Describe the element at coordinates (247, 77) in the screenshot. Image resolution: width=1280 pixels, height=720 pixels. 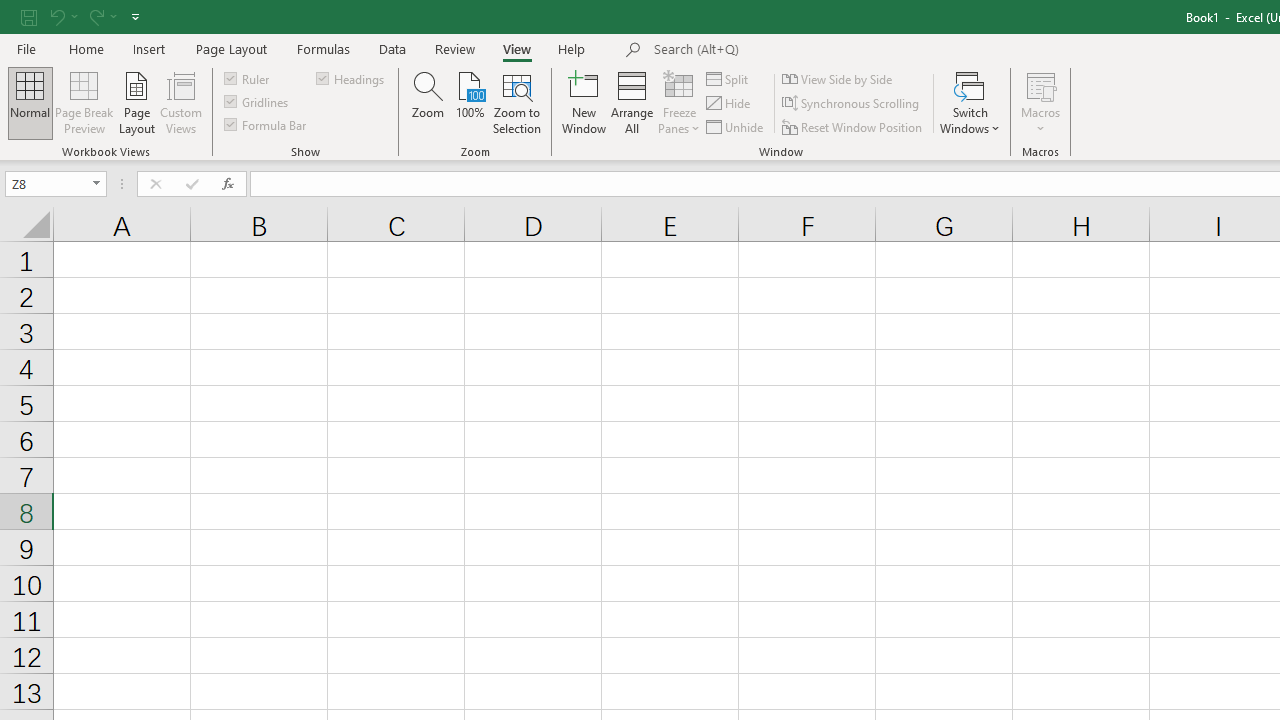
I see `'Ruler'` at that location.